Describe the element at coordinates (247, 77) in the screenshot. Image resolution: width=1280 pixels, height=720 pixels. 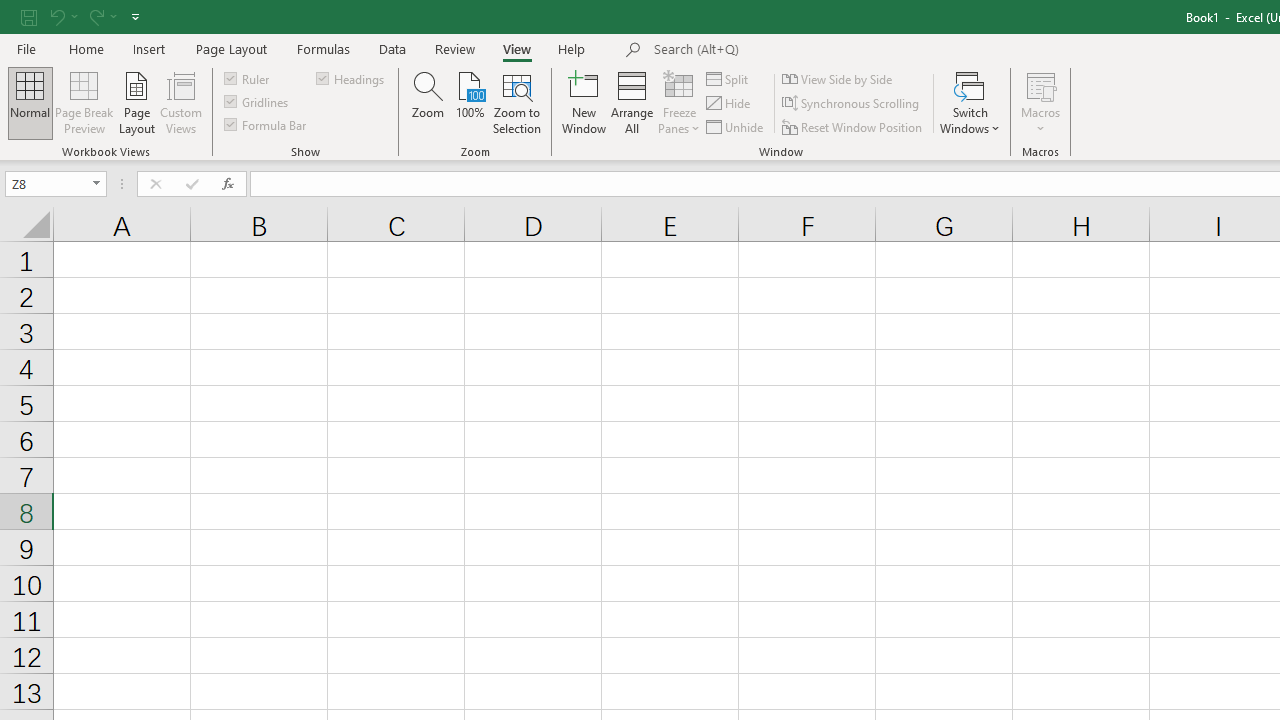
I see `'Ruler'` at that location.